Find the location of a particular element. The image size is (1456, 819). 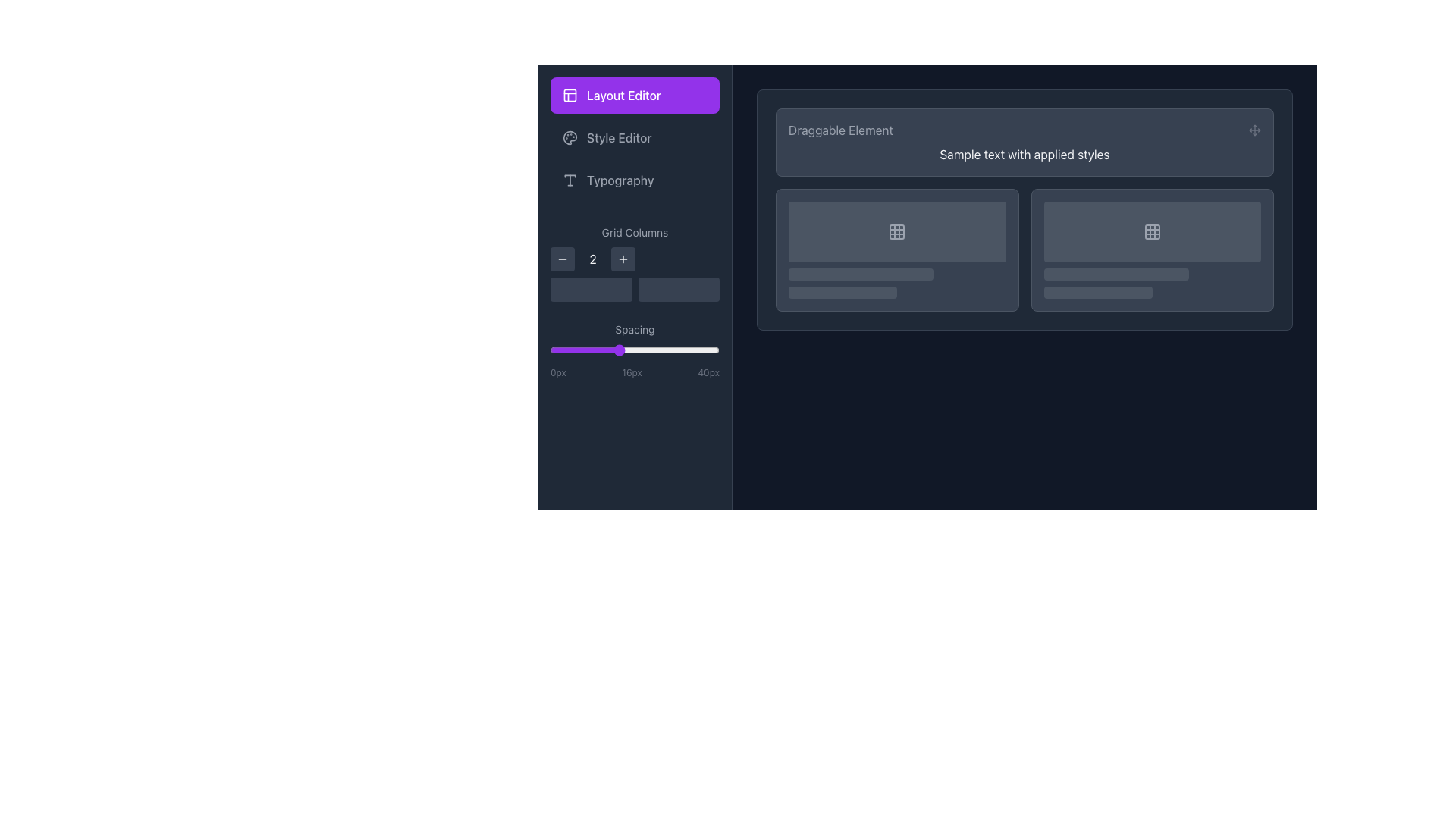

the Navigation item labeled 'Typography', which is the third item in the vertical list of navigation options, to trigger a background change is located at coordinates (635, 180).